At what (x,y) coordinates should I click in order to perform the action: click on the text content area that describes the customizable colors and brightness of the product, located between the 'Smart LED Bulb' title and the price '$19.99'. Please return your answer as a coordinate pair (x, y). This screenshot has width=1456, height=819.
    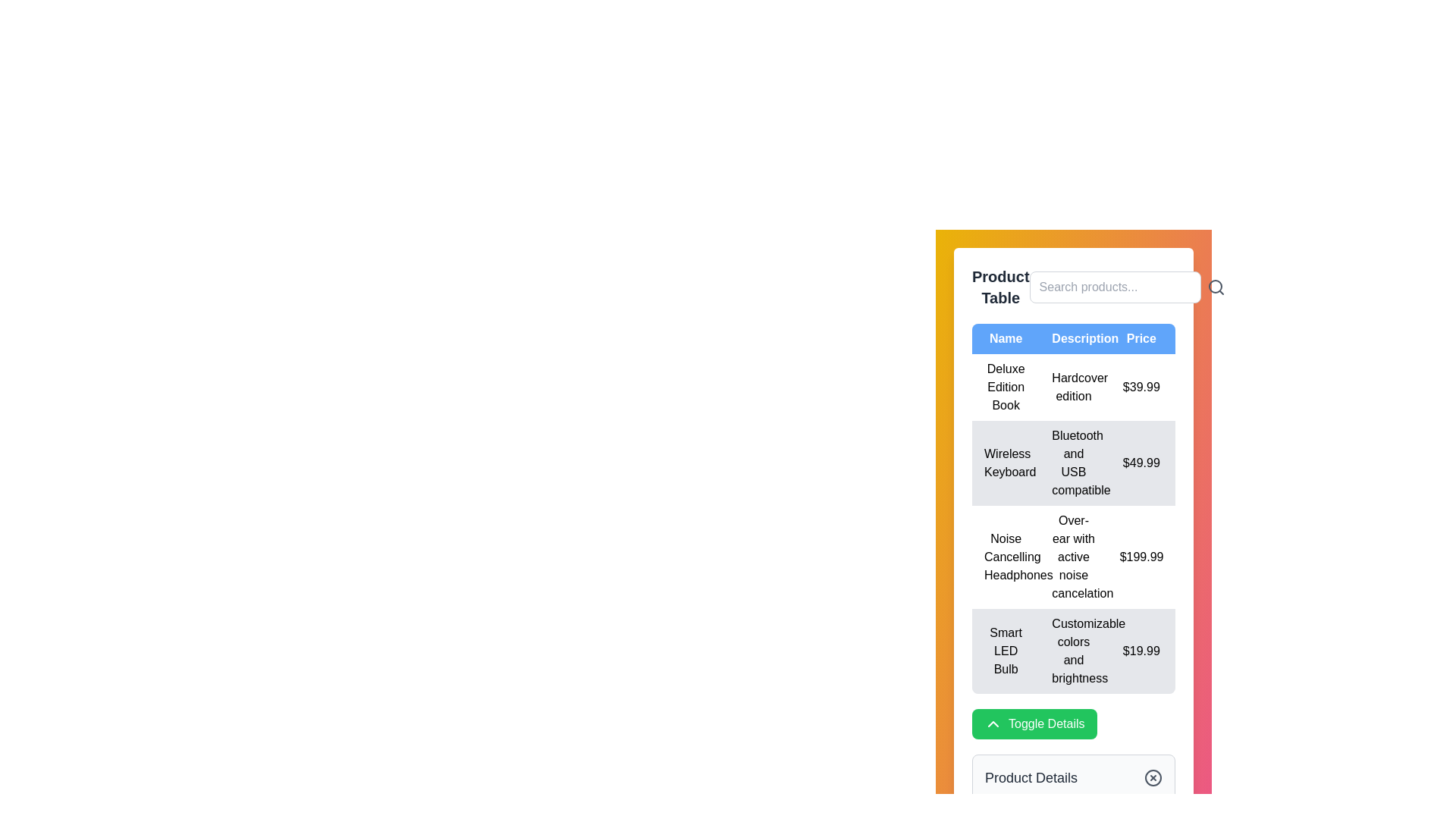
    Looking at the image, I should click on (1073, 651).